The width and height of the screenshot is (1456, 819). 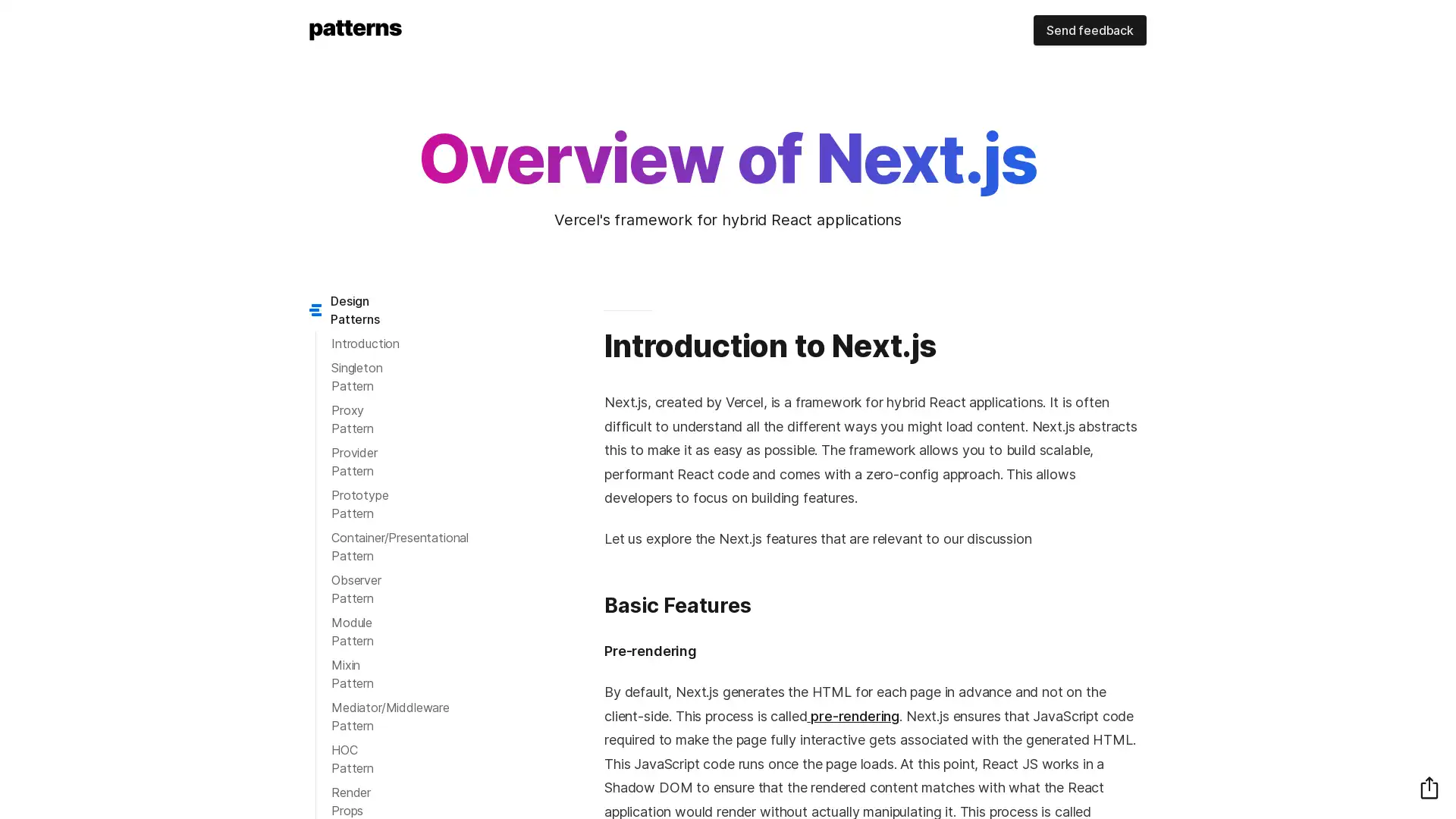 I want to click on Share, so click(x=1429, y=786).